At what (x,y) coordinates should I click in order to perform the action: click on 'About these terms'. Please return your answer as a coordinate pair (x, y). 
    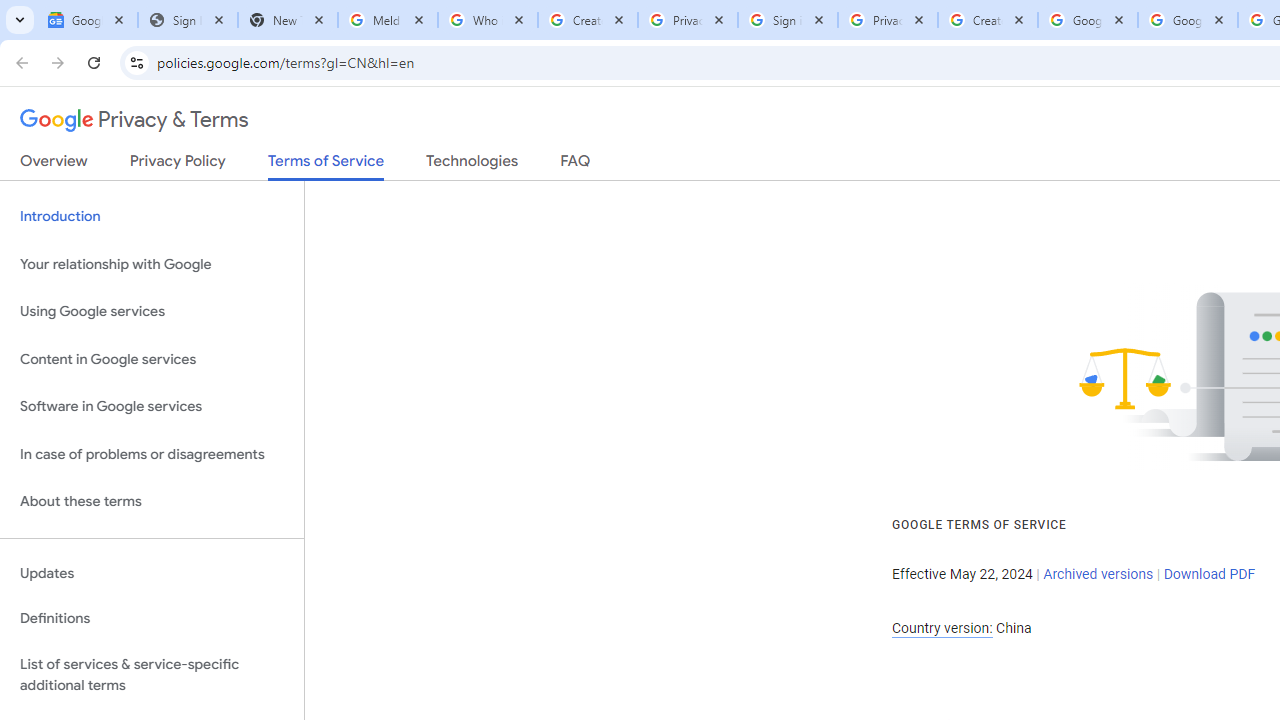
    Looking at the image, I should click on (151, 501).